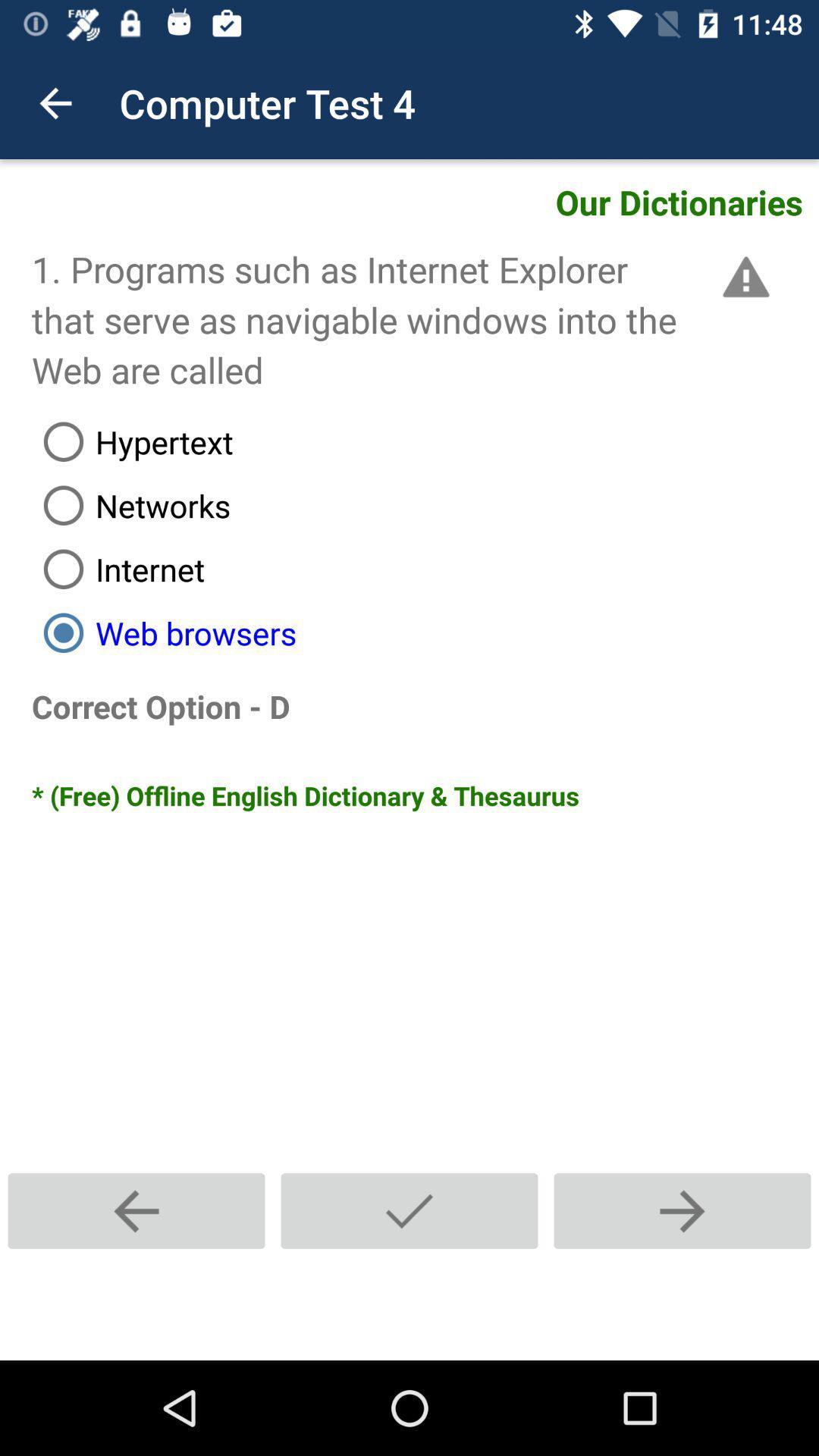  I want to click on next screen, so click(681, 1210).